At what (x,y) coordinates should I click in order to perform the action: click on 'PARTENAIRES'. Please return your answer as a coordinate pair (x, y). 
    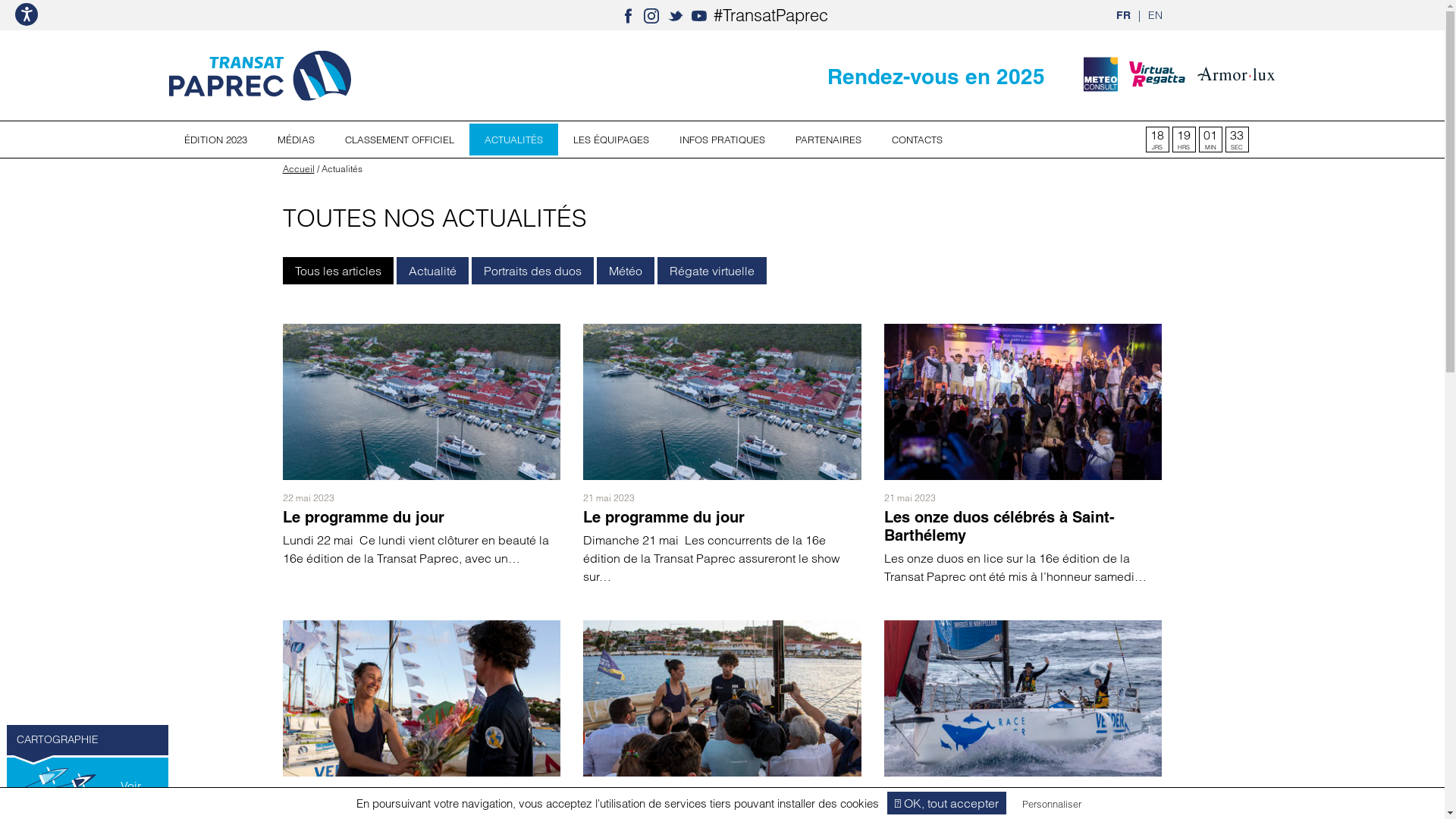
    Looking at the image, I should click on (827, 140).